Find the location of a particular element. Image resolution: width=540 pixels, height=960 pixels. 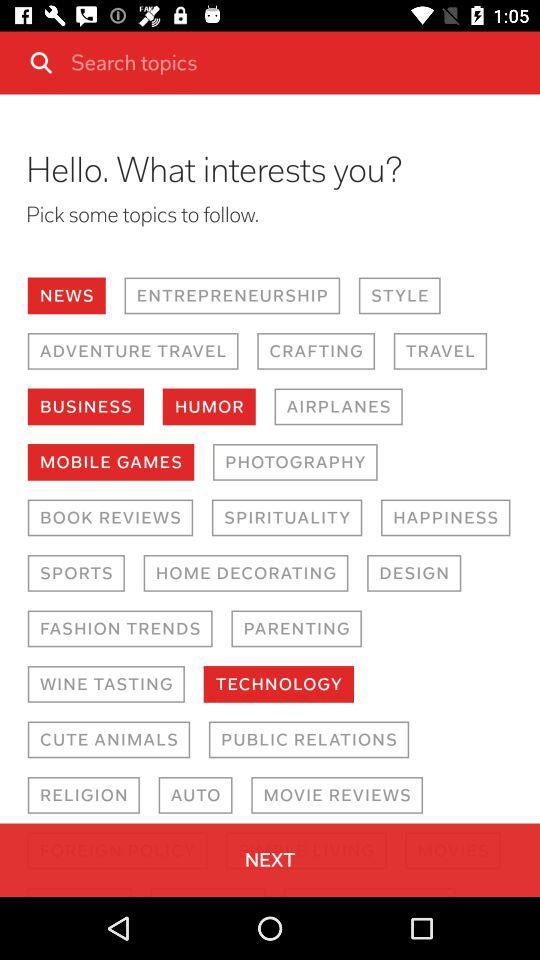

item below cute animals icon is located at coordinates (82, 795).